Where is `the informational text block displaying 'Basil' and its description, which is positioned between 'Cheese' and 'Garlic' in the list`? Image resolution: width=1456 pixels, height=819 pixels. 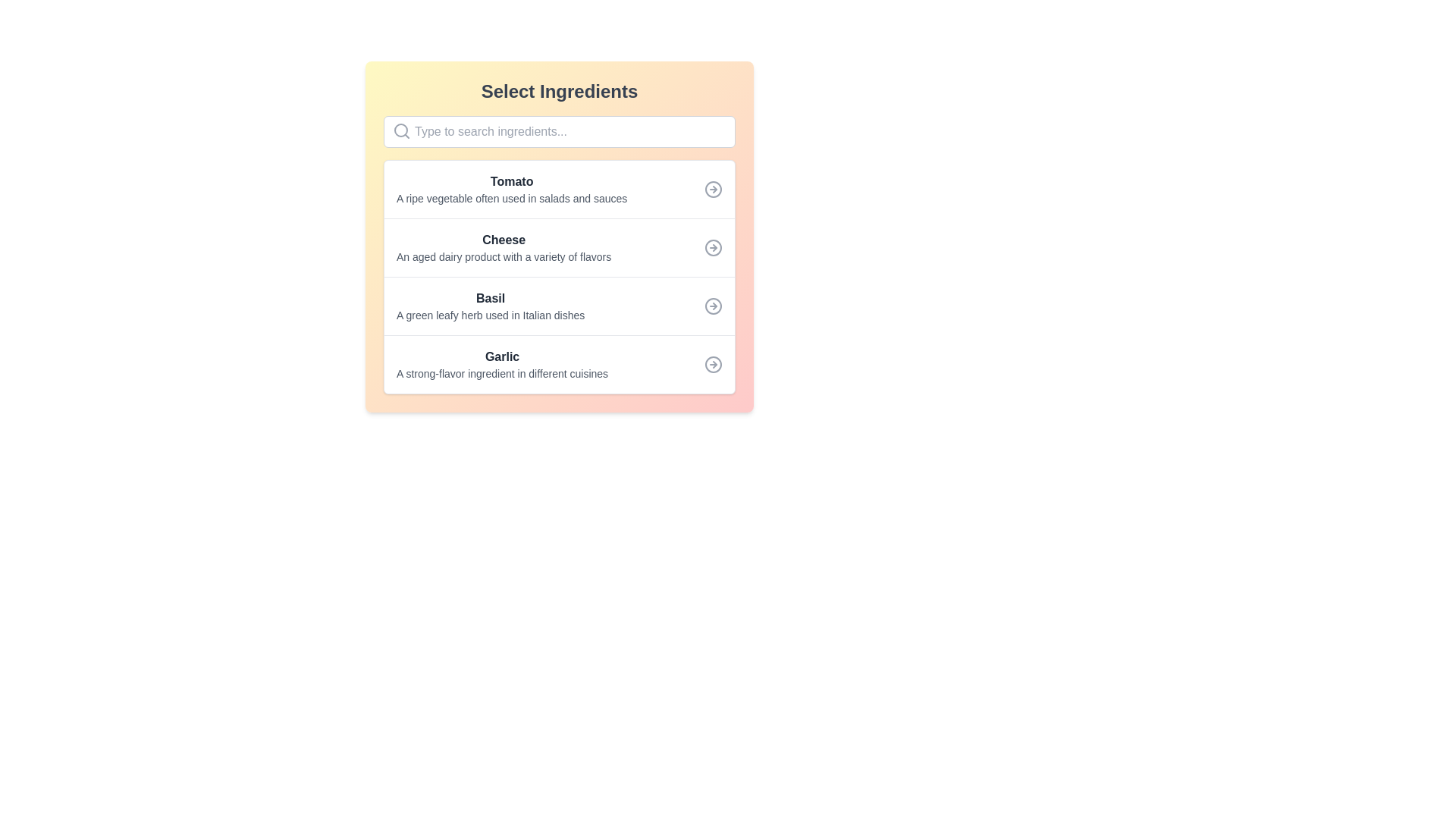 the informational text block displaying 'Basil' and its description, which is positioned between 'Cheese' and 'Garlic' in the list is located at coordinates (491, 306).